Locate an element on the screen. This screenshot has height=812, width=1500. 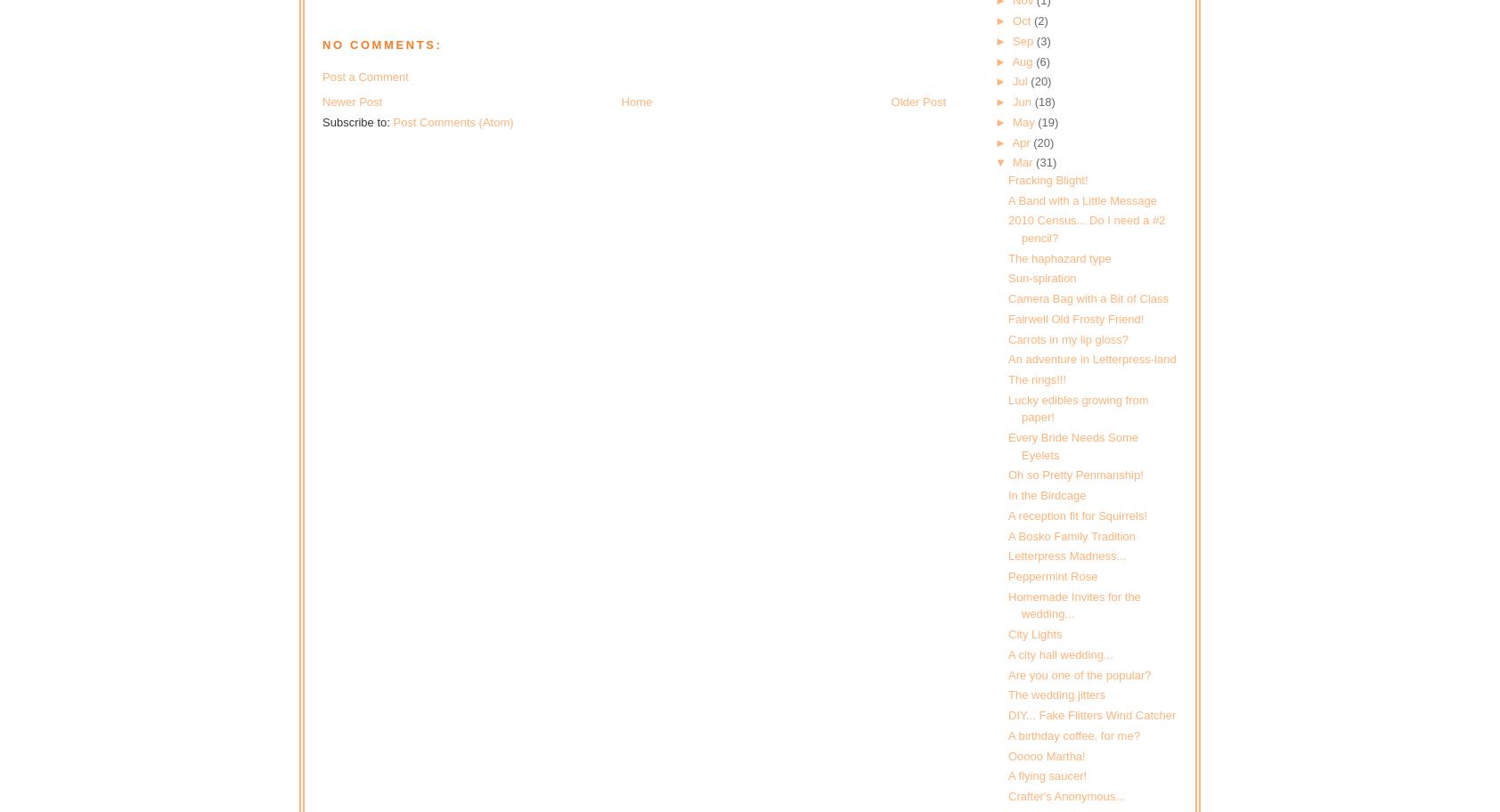
'A flying saucer!' is located at coordinates (1047, 775).